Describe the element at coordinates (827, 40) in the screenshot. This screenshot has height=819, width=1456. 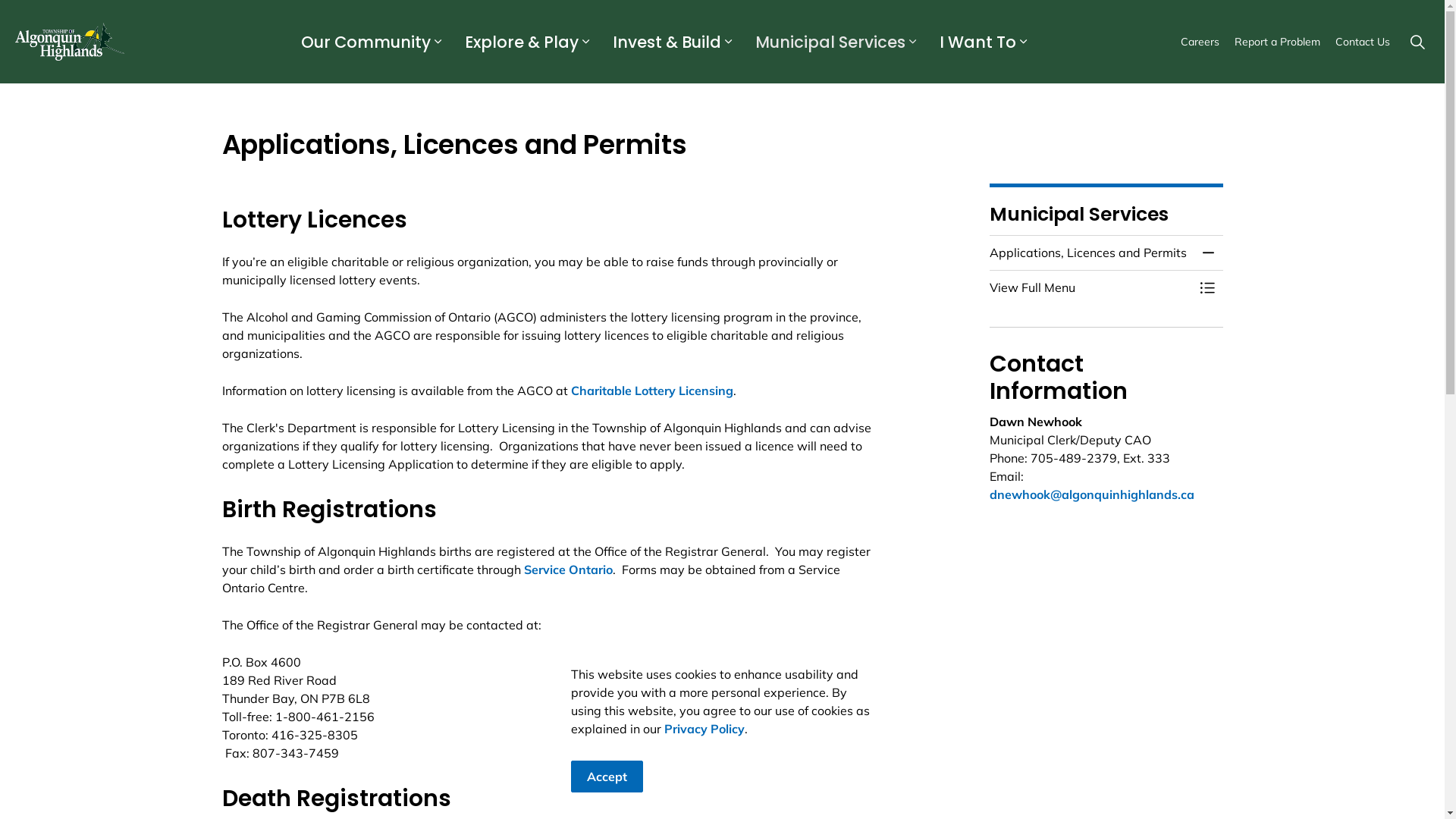
I see `'Municipal Services'` at that location.